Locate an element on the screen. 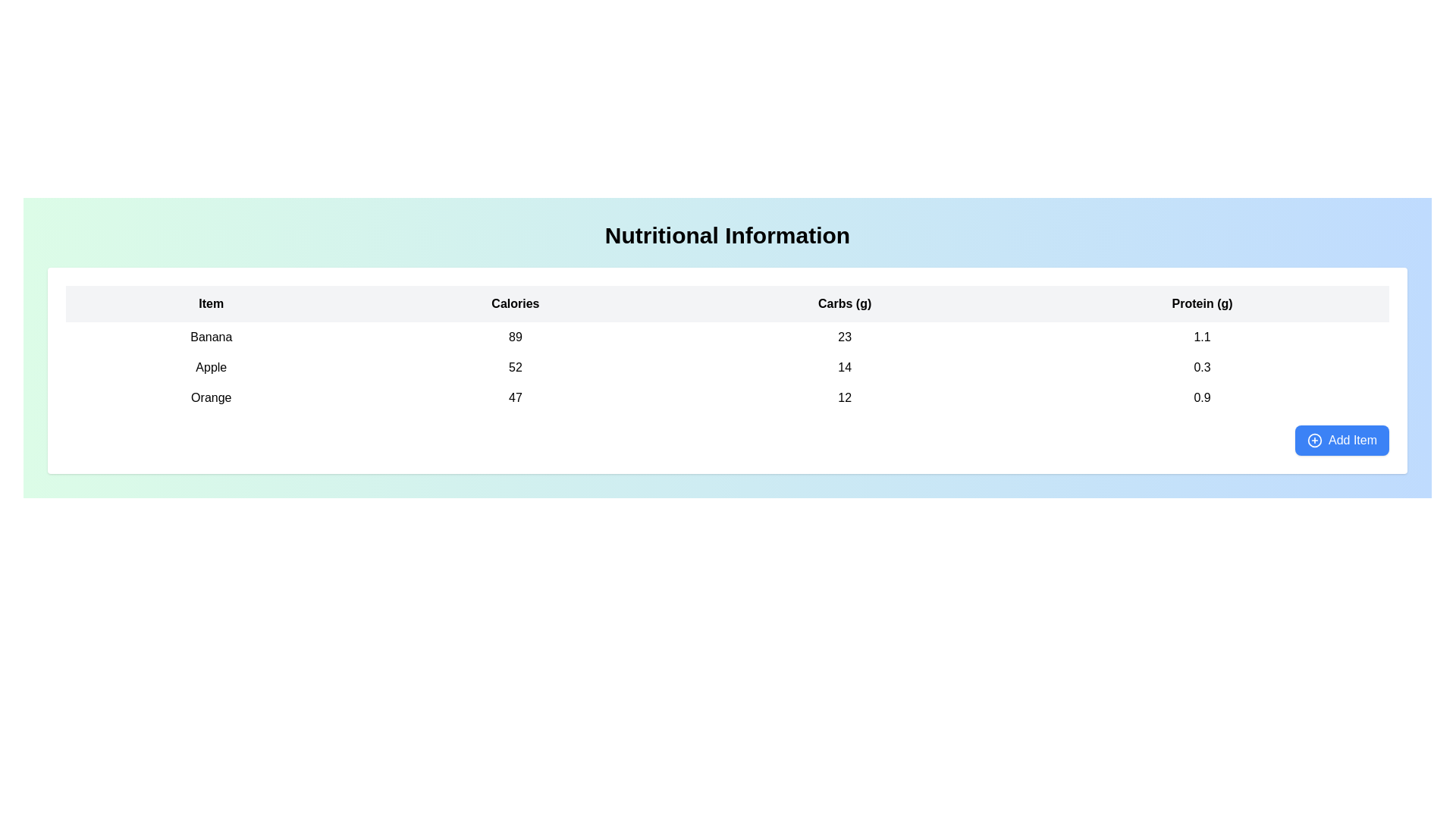 This screenshot has height=819, width=1456. the text label displaying 'Banana', which is located in the first row and first column of a data table under the 'Item' heading is located at coordinates (210, 336).